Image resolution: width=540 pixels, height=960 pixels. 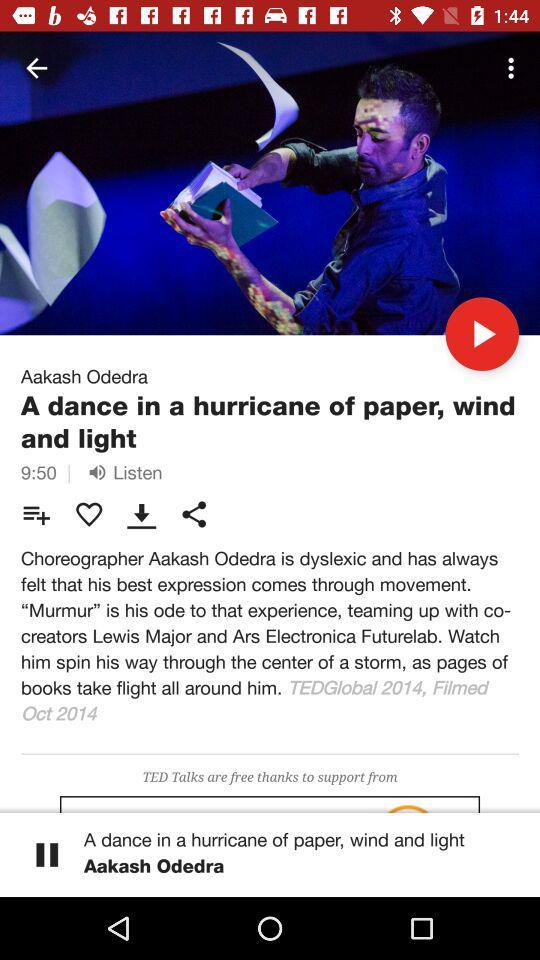 I want to click on the play icon, so click(x=481, y=334).